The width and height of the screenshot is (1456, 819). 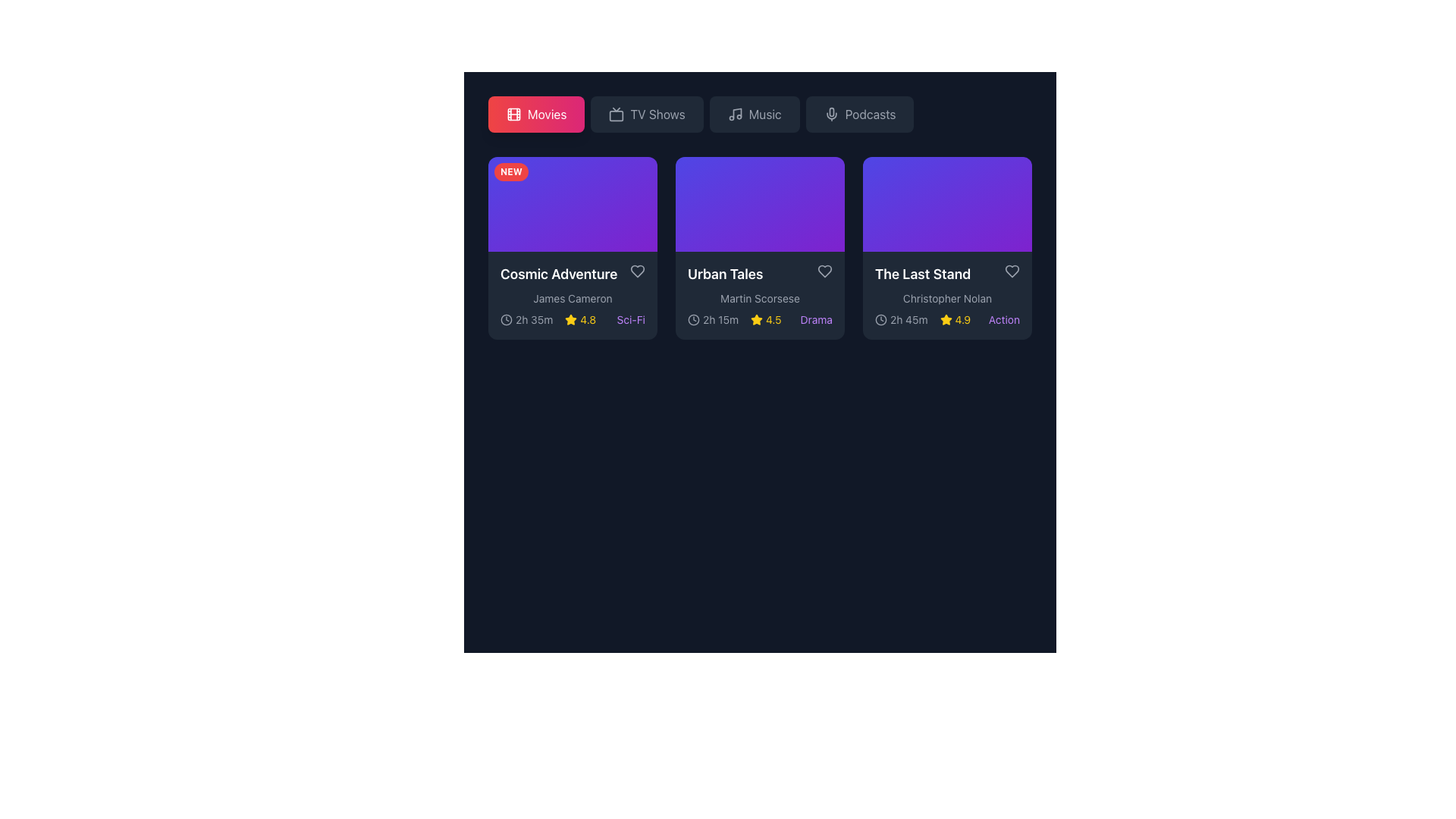 I want to click on the favorite toggle icon located at the top-right corner of the 'Urban Tales' text, so click(x=824, y=271).